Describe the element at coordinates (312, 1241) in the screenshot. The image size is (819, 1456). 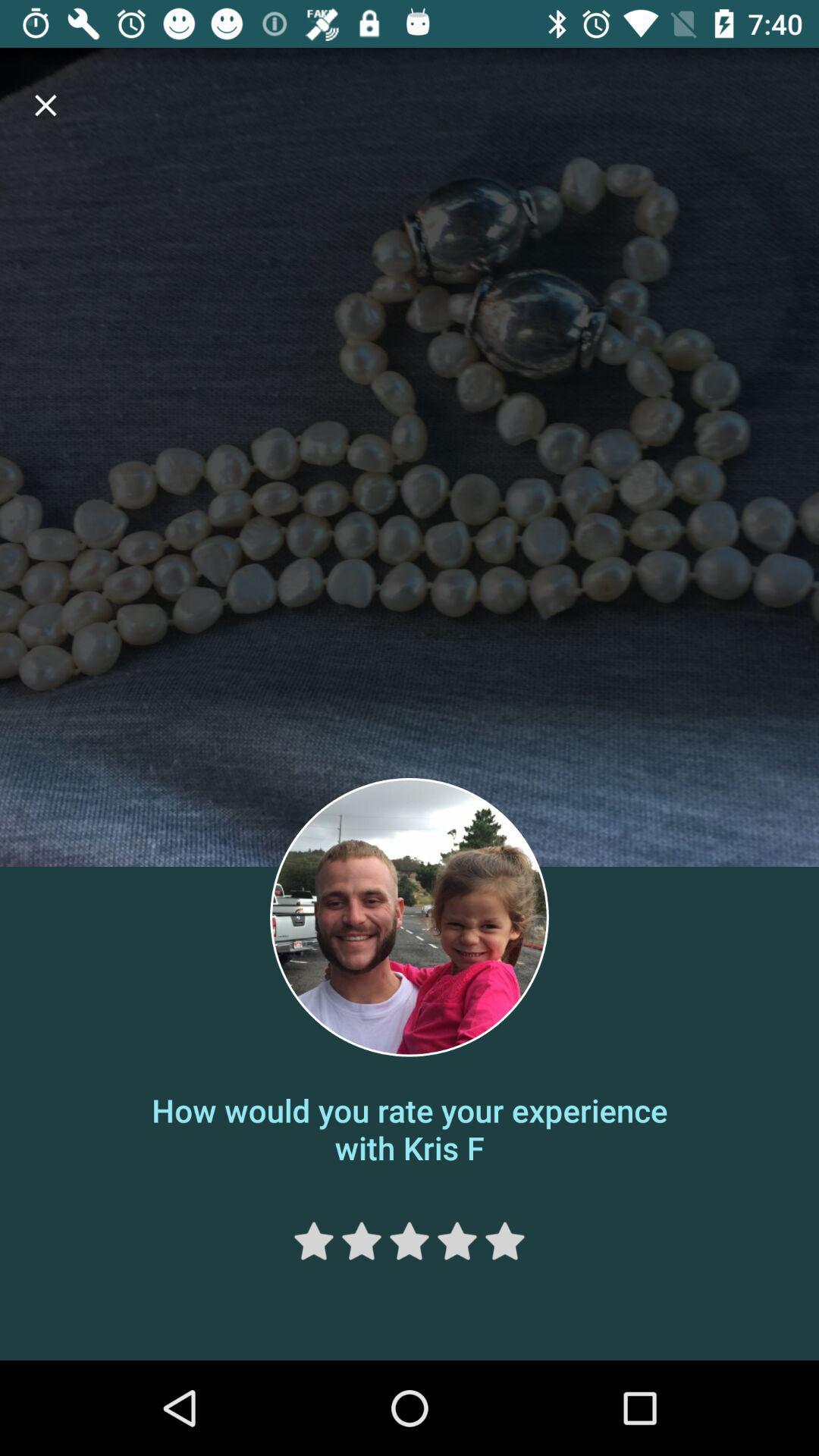
I see `the star icon` at that location.